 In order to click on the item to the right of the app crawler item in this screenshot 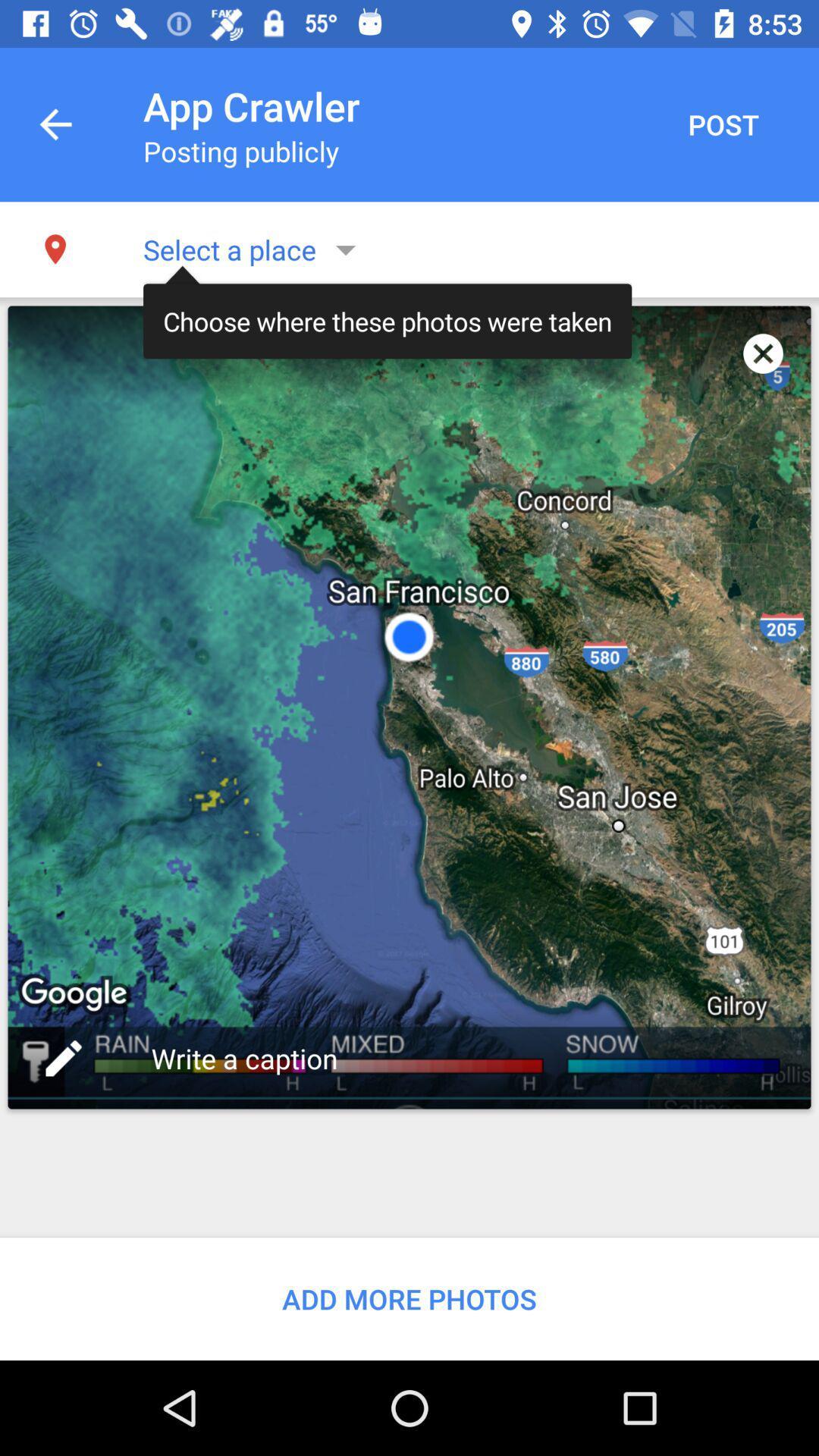, I will do `click(722, 124)`.